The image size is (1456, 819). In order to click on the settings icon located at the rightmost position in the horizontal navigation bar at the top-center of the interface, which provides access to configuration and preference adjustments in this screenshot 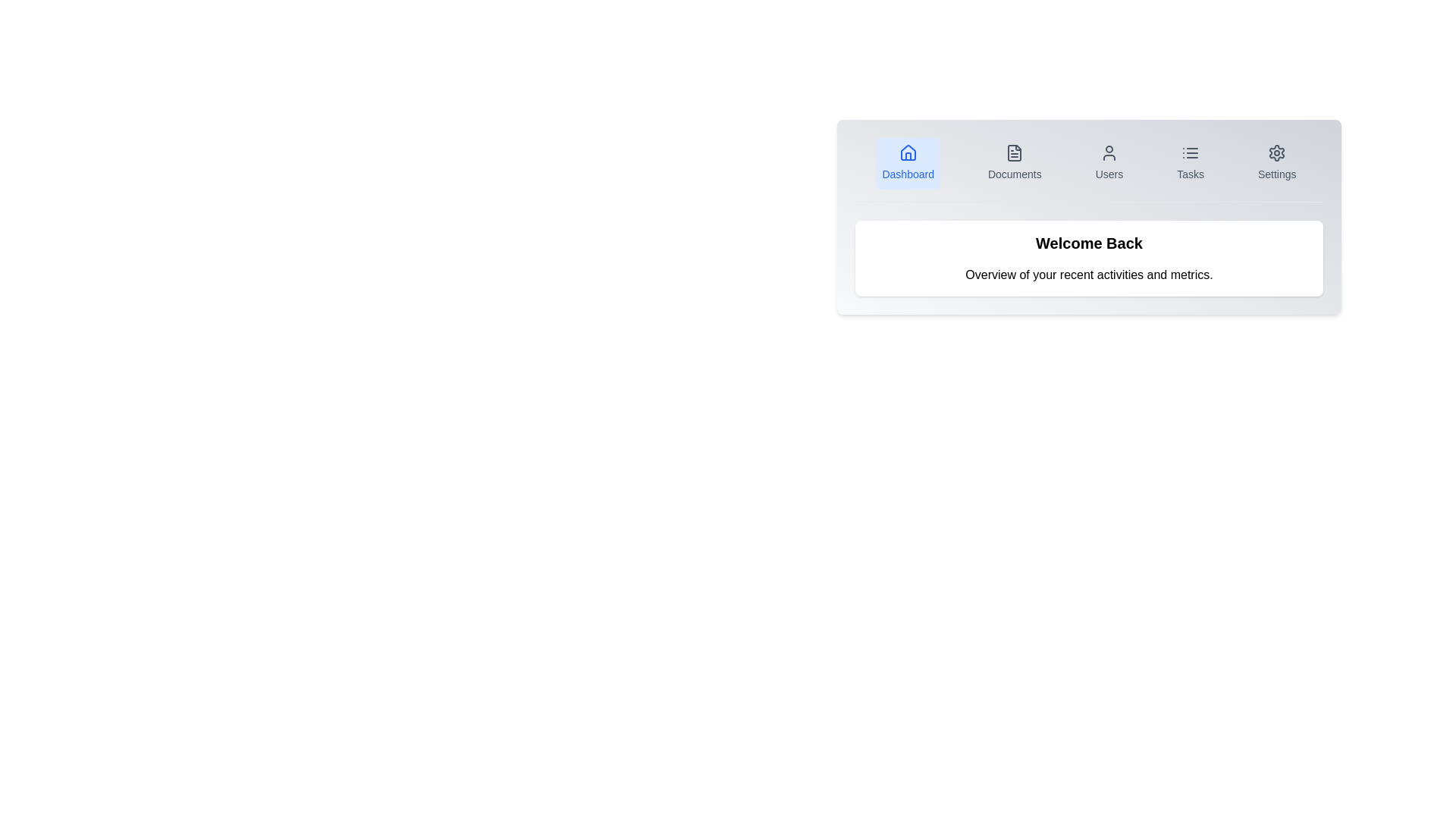, I will do `click(1276, 152)`.